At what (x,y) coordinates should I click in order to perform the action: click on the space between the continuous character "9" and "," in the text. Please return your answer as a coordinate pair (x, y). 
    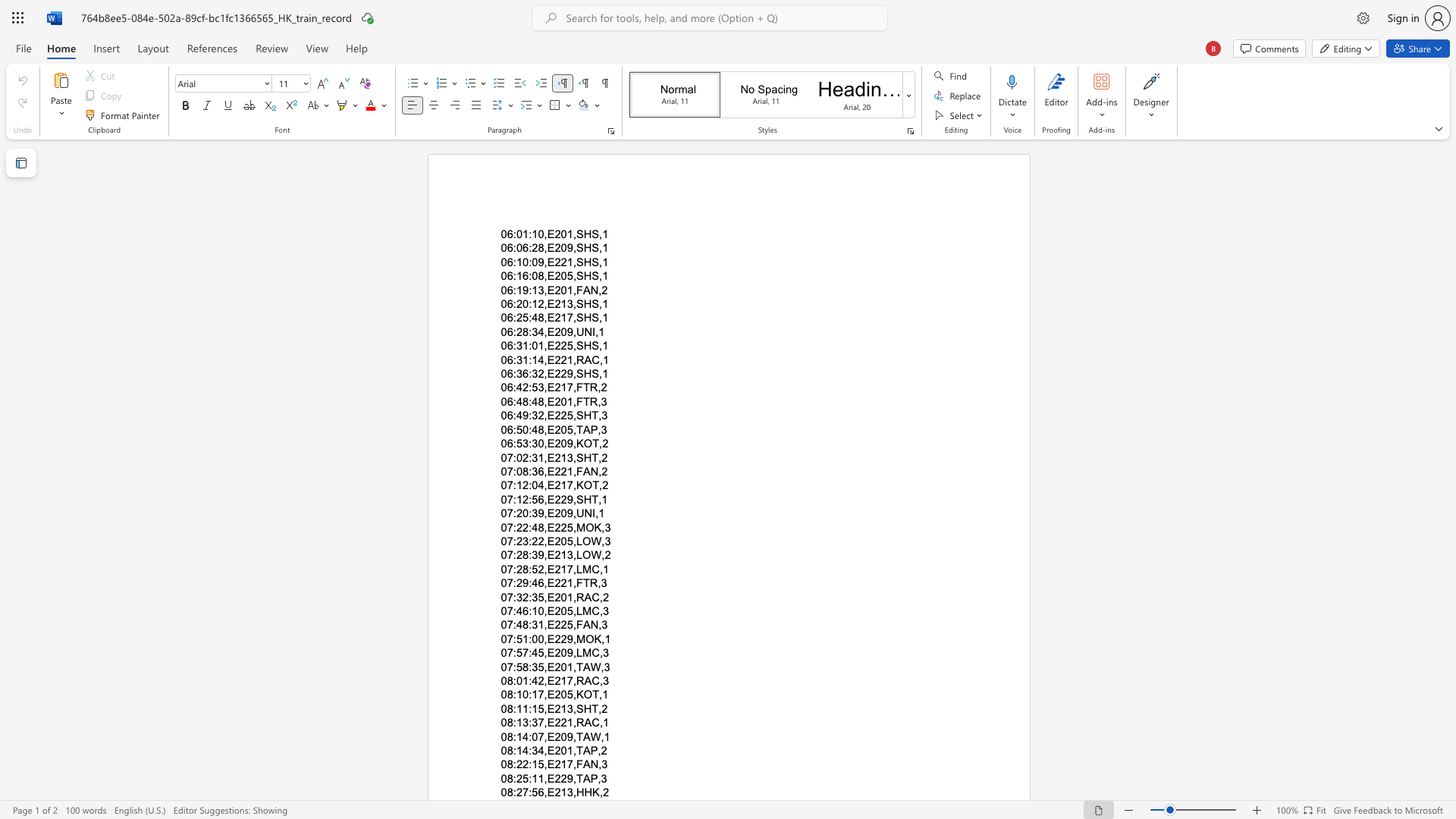
    Looking at the image, I should click on (543, 555).